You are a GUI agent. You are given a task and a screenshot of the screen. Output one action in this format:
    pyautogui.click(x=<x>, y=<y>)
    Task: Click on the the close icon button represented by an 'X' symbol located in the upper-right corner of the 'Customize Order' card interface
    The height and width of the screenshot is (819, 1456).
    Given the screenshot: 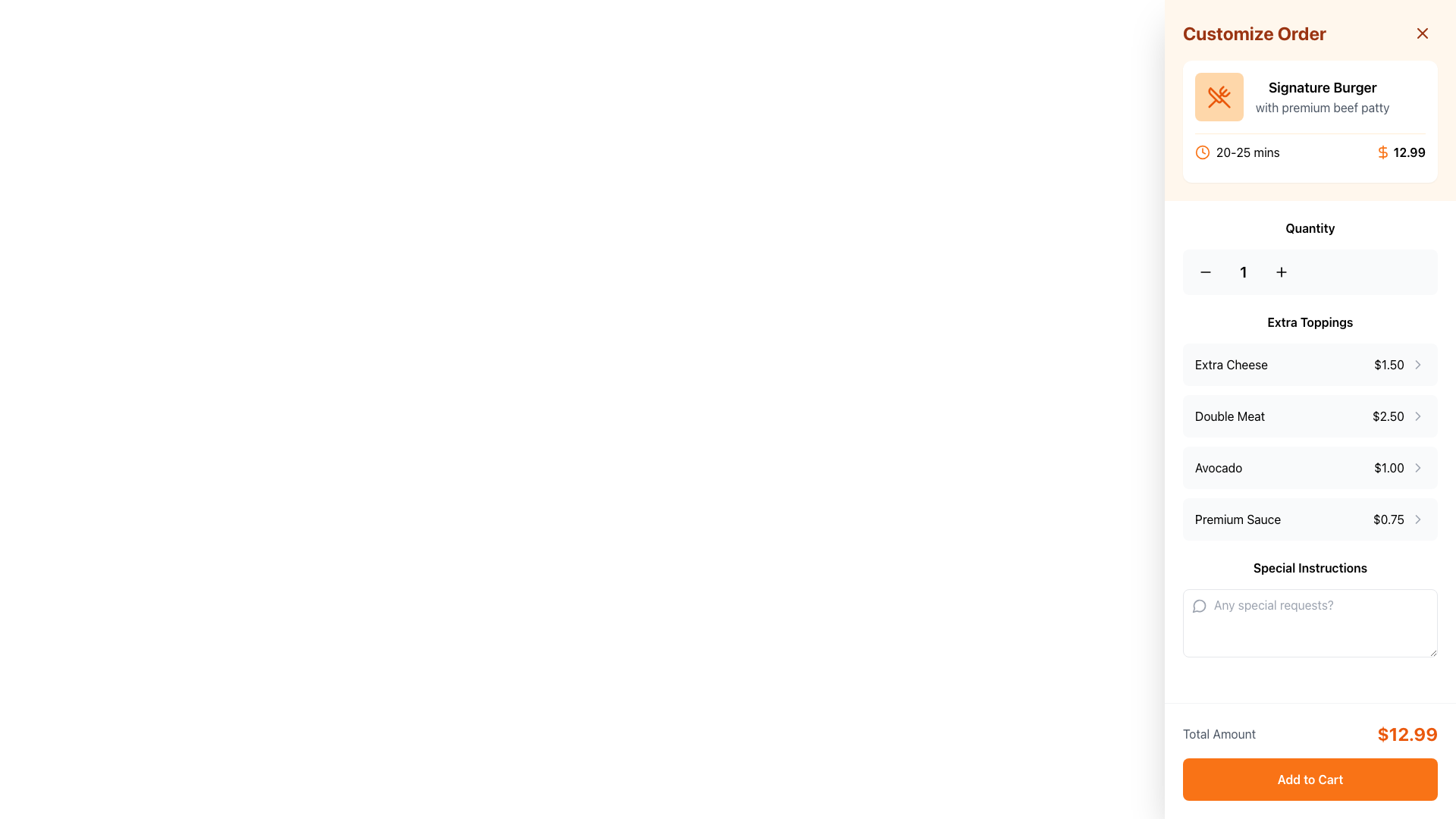 What is the action you would take?
    pyautogui.click(x=1422, y=33)
    